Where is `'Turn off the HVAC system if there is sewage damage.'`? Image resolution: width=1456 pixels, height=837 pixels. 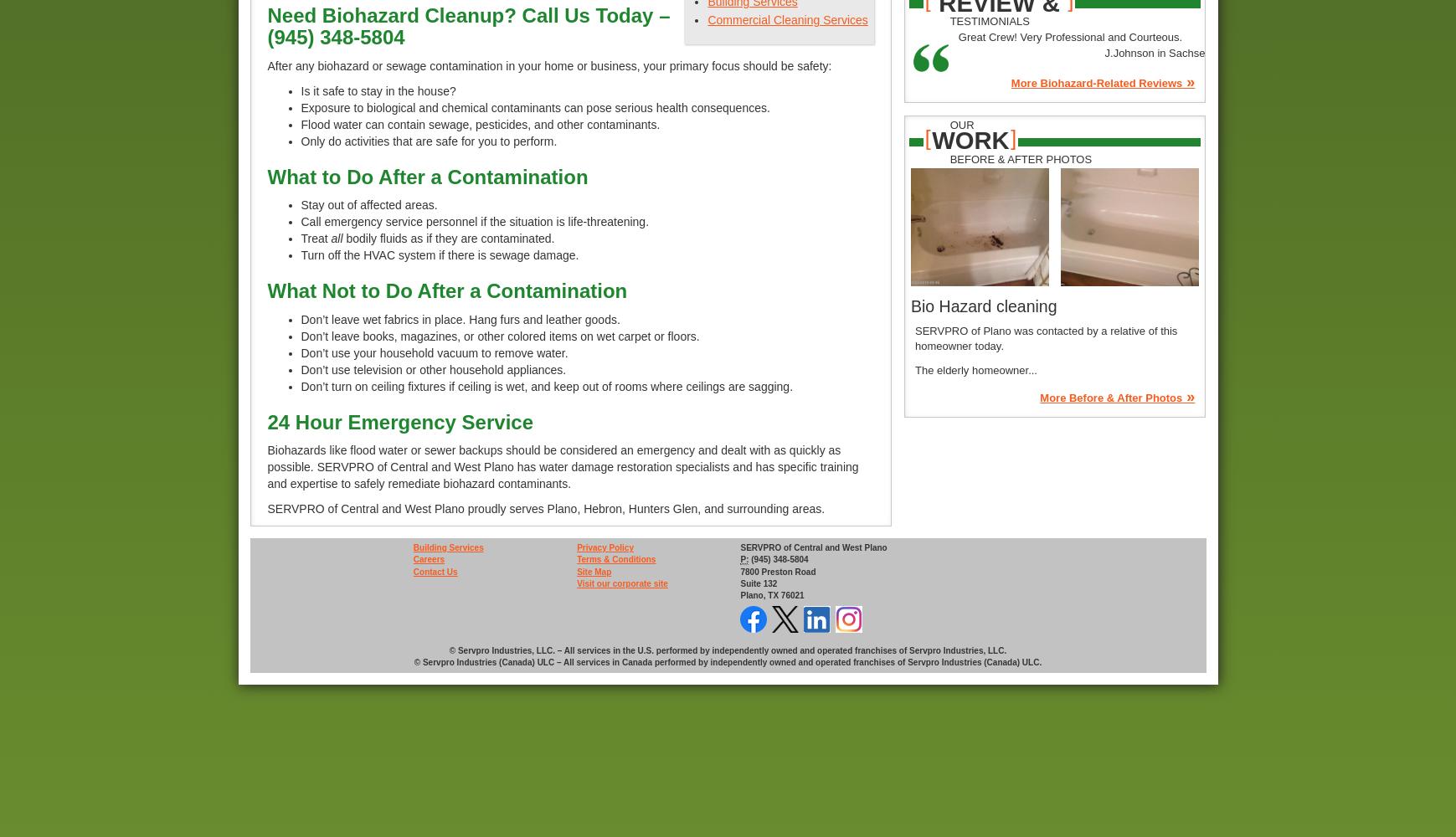
'Turn off the HVAC system if there is sewage damage.' is located at coordinates (300, 255).